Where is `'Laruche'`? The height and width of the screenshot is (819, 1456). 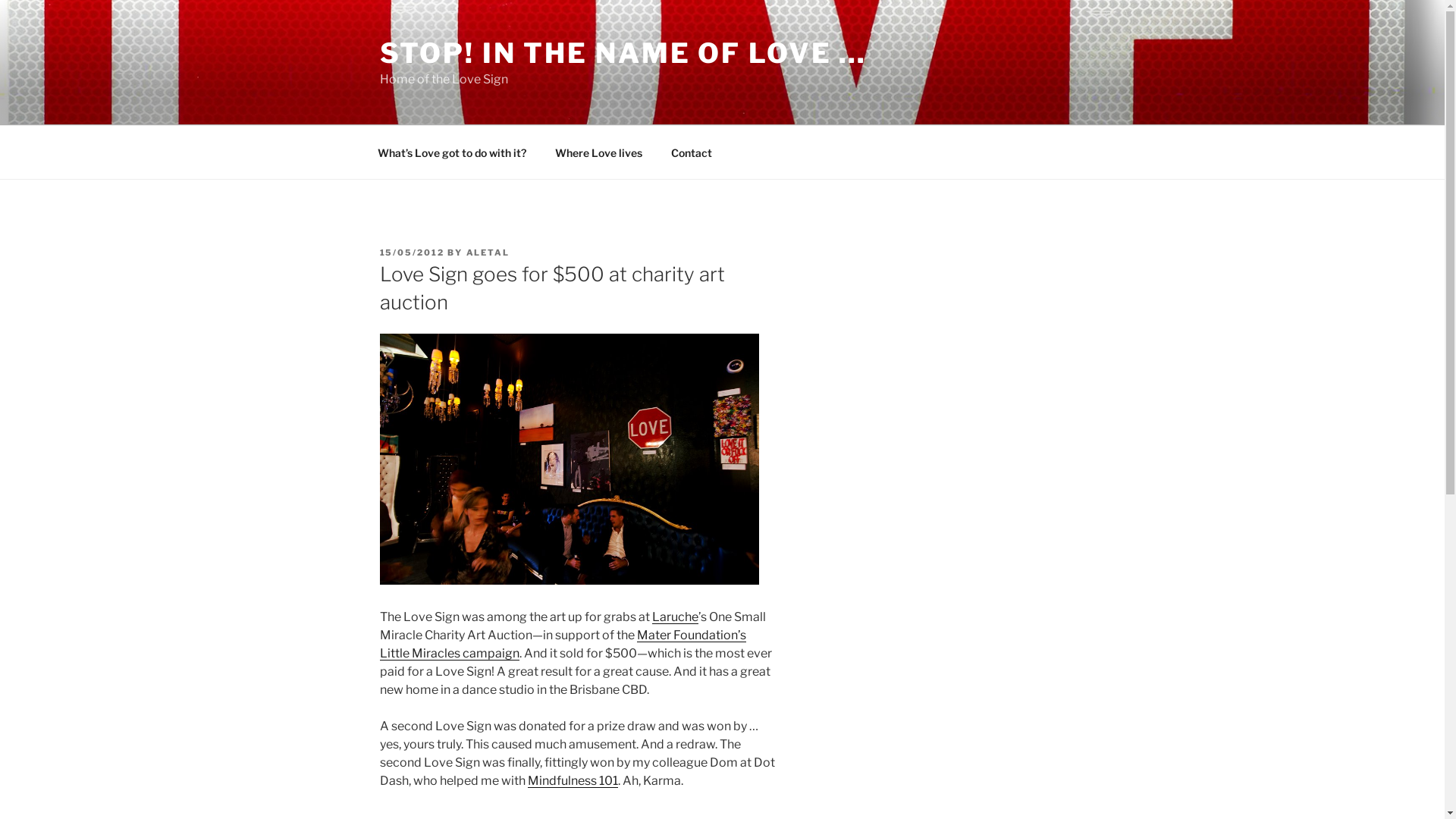 'Laruche' is located at coordinates (674, 617).